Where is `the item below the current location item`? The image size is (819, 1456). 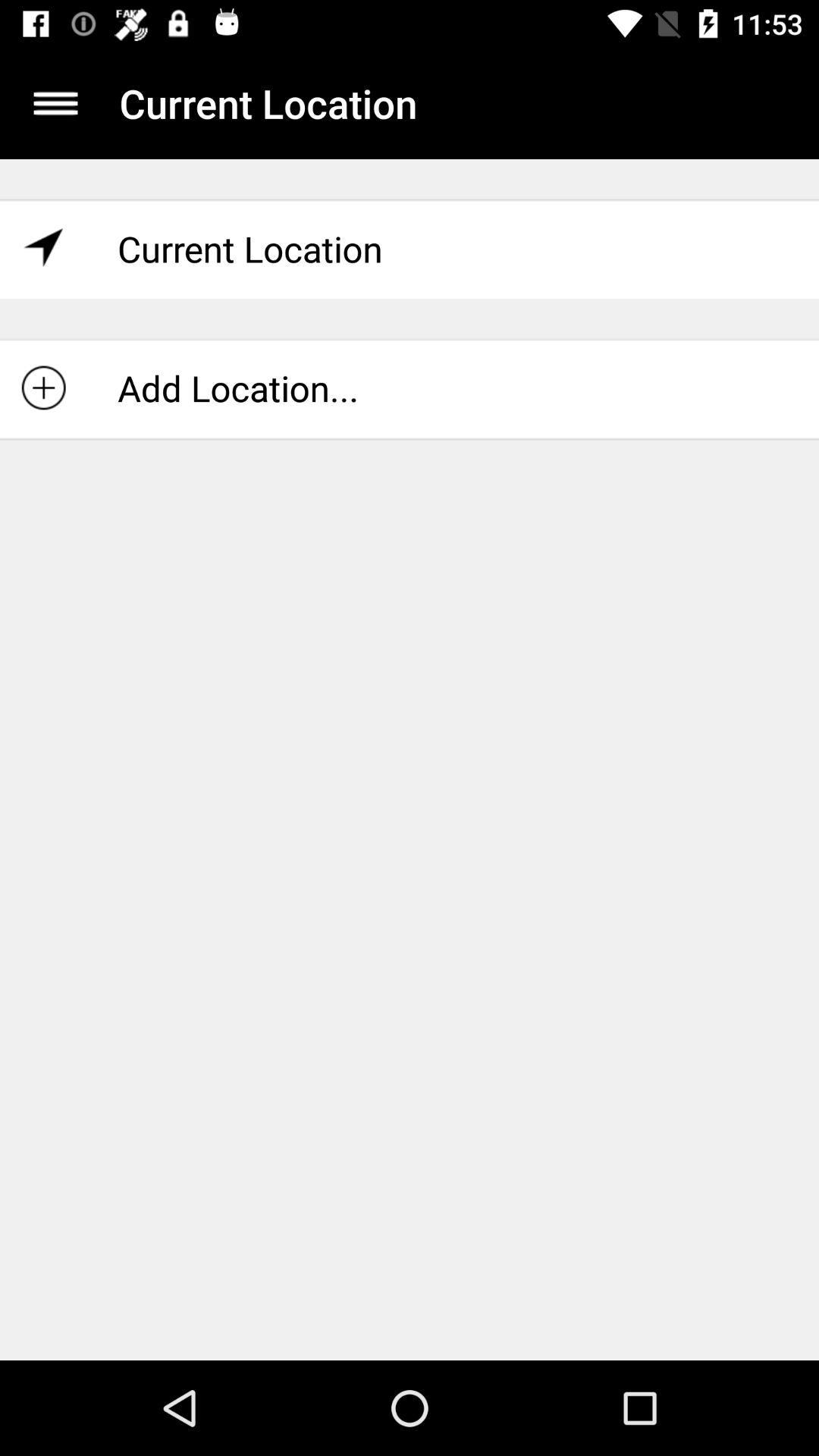
the item below the current location item is located at coordinates (409, 388).